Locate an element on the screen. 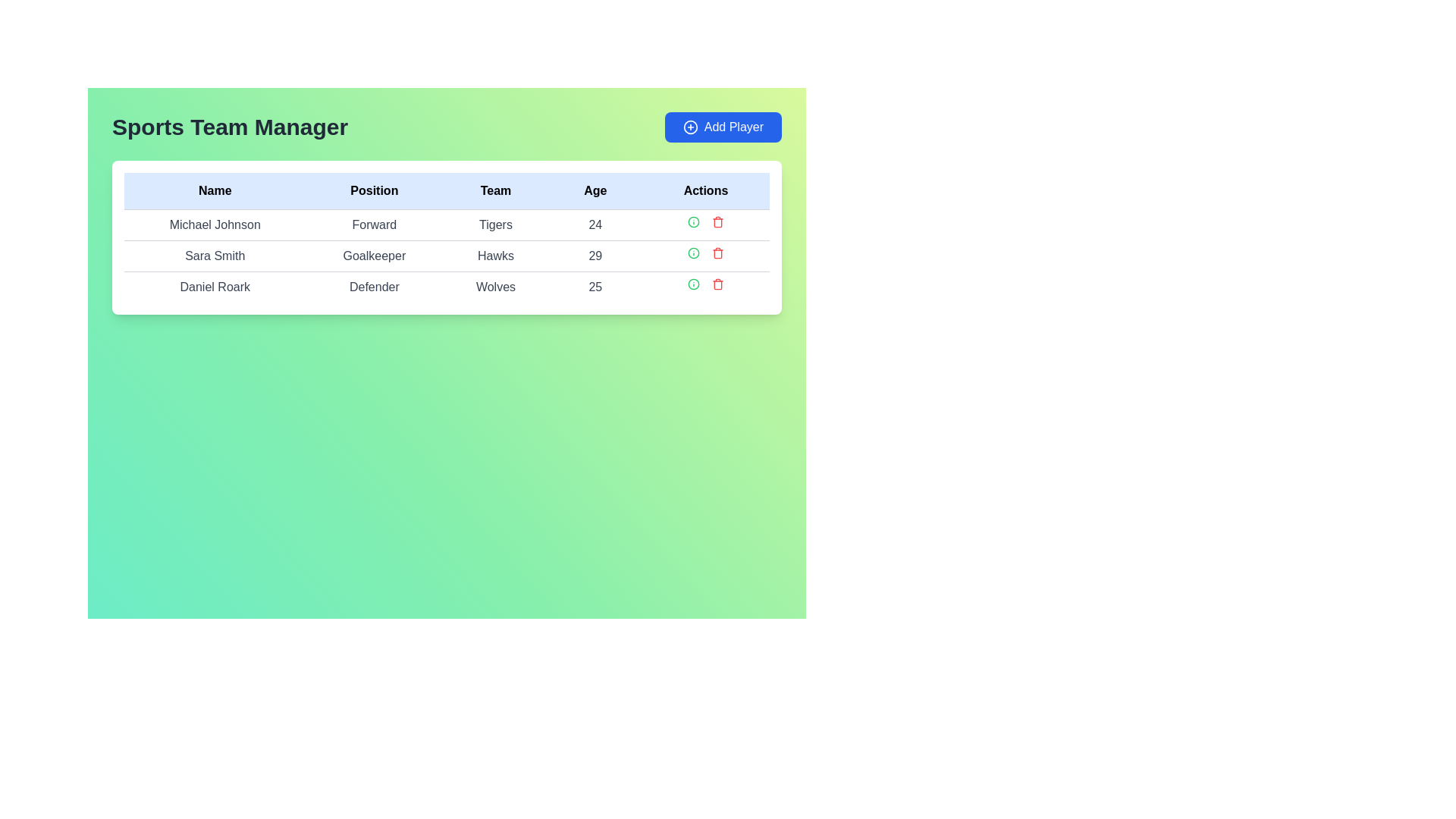 Image resolution: width=1456 pixels, height=819 pixels. the non-interactive age display for 'Sara Smith' in the fourth column of the second row in the data table is located at coordinates (595, 256).